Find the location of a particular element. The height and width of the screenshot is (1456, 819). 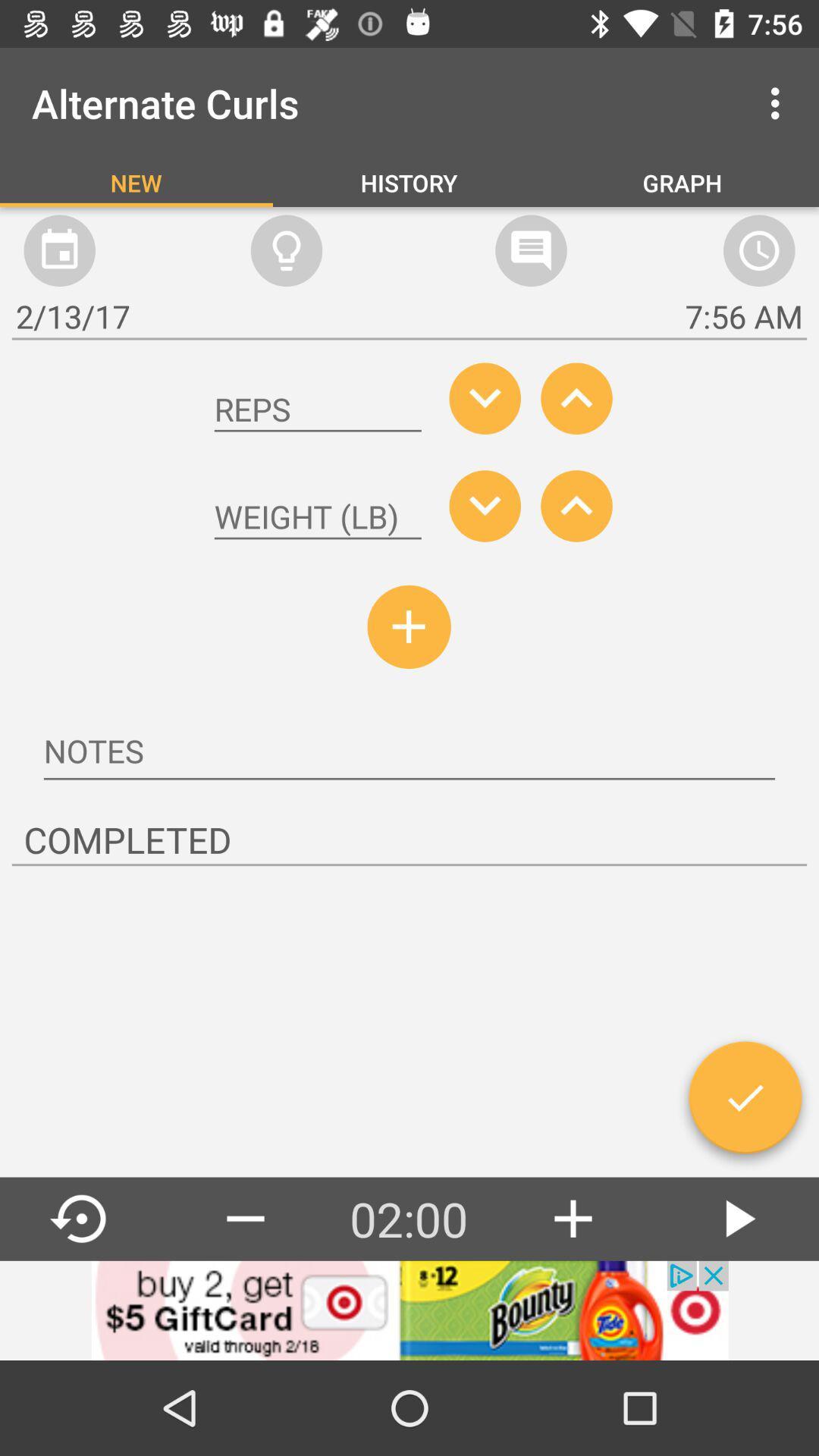

weight here is located at coordinates (317, 517).